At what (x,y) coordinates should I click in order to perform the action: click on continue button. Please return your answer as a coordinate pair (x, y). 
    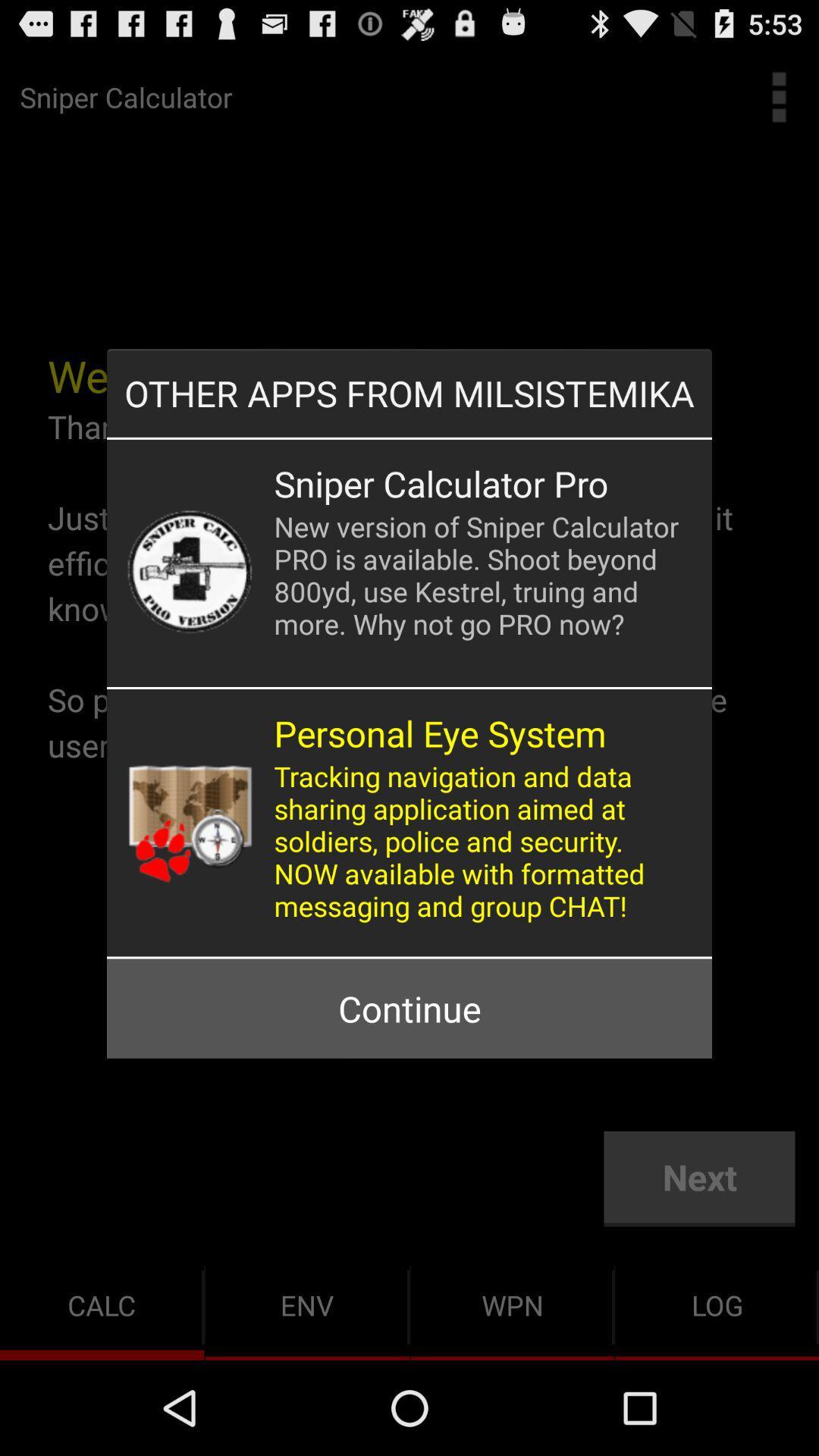
    Looking at the image, I should click on (409, 1009).